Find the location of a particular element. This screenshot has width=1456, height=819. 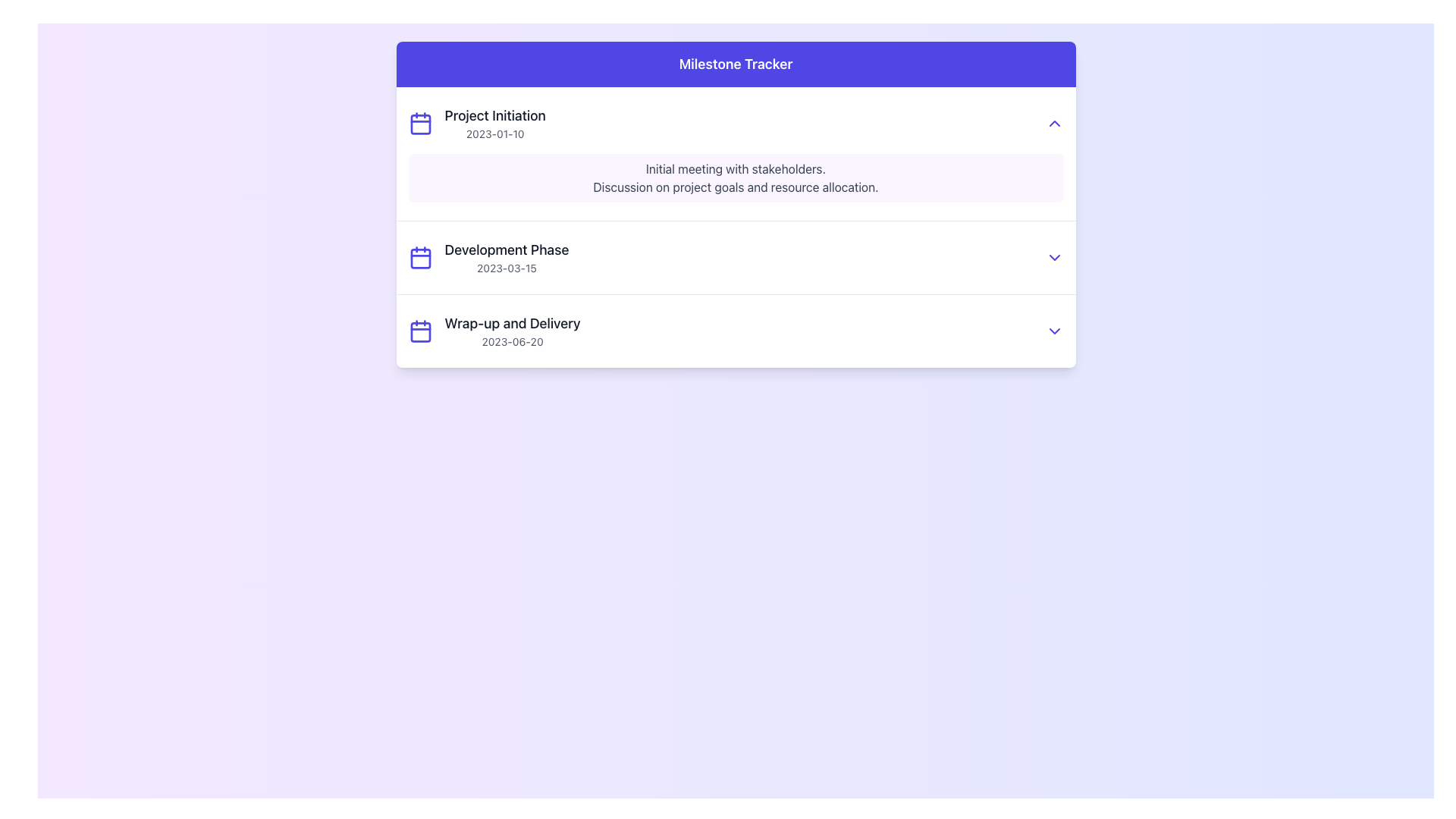

the informational text label that provides details about the discussion topic for the meeting, located below 'Initial meeting with stakeholders' in the 'Project Initiation' block of the milestone tracker is located at coordinates (736, 186).